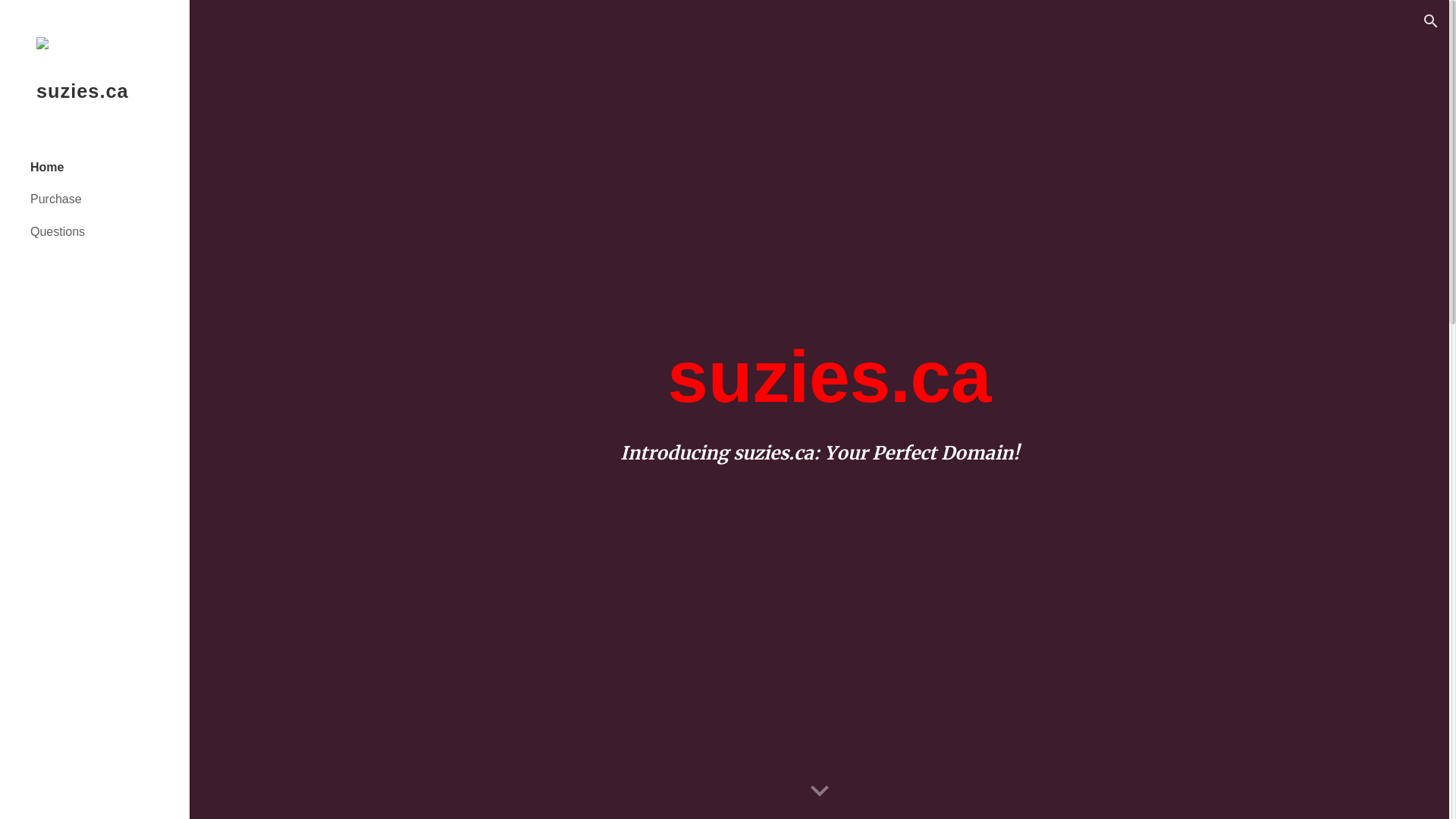  I want to click on 'suzies.ca', so click(93, 109).